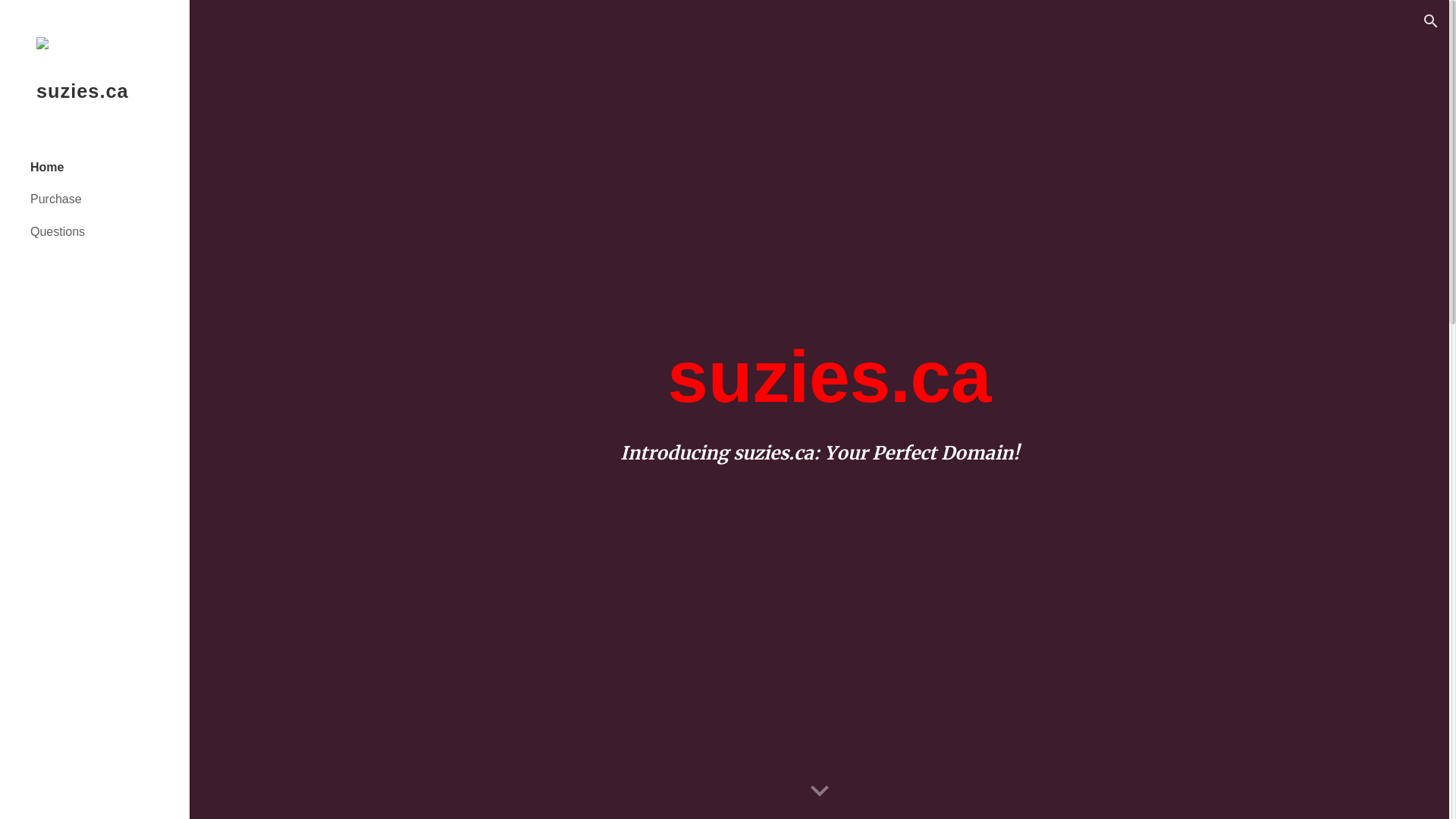  I want to click on 'suzies.ca', so click(93, 109).